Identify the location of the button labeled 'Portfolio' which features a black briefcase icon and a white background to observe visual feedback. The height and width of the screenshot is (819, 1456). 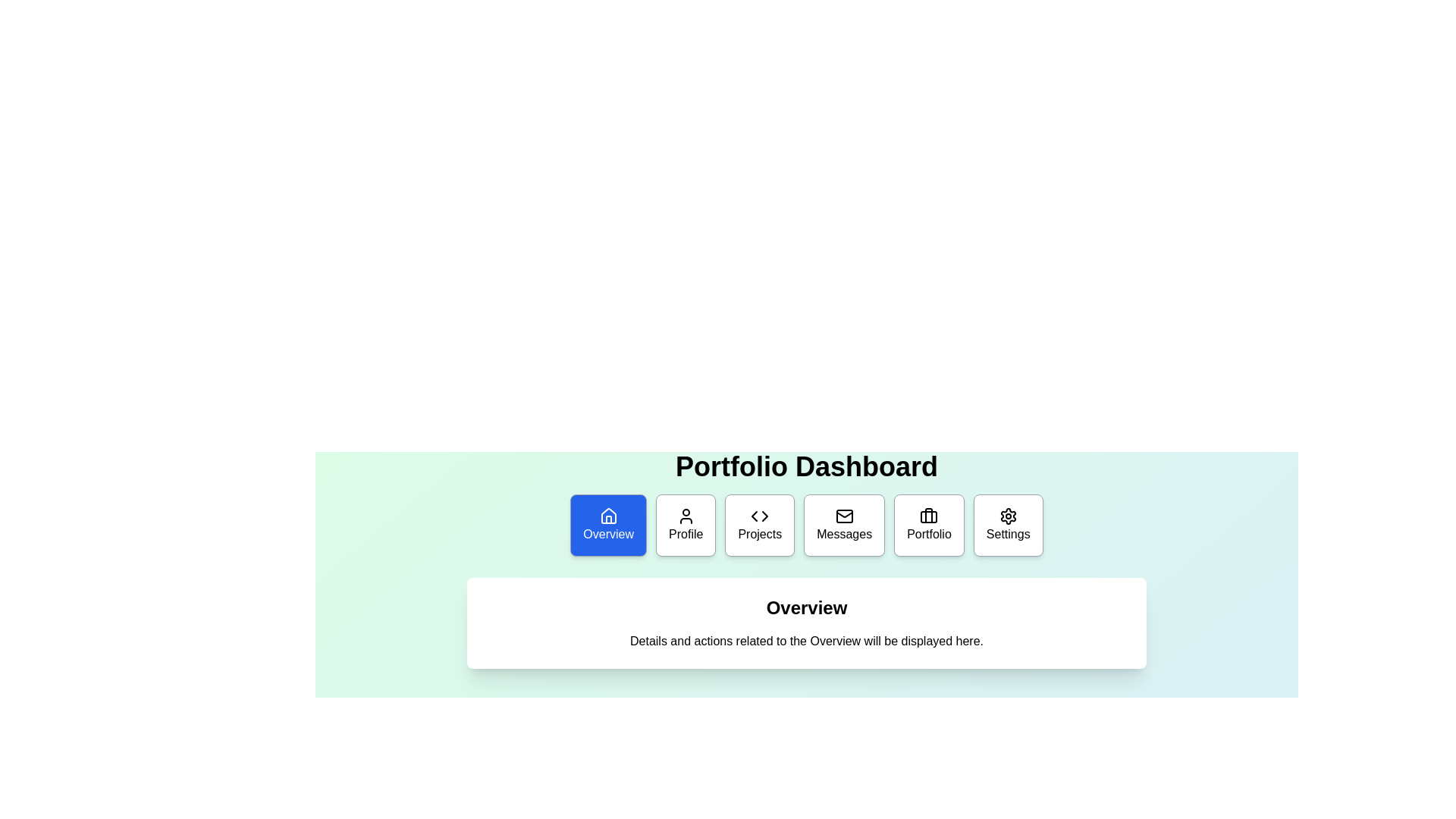
(928, 525).